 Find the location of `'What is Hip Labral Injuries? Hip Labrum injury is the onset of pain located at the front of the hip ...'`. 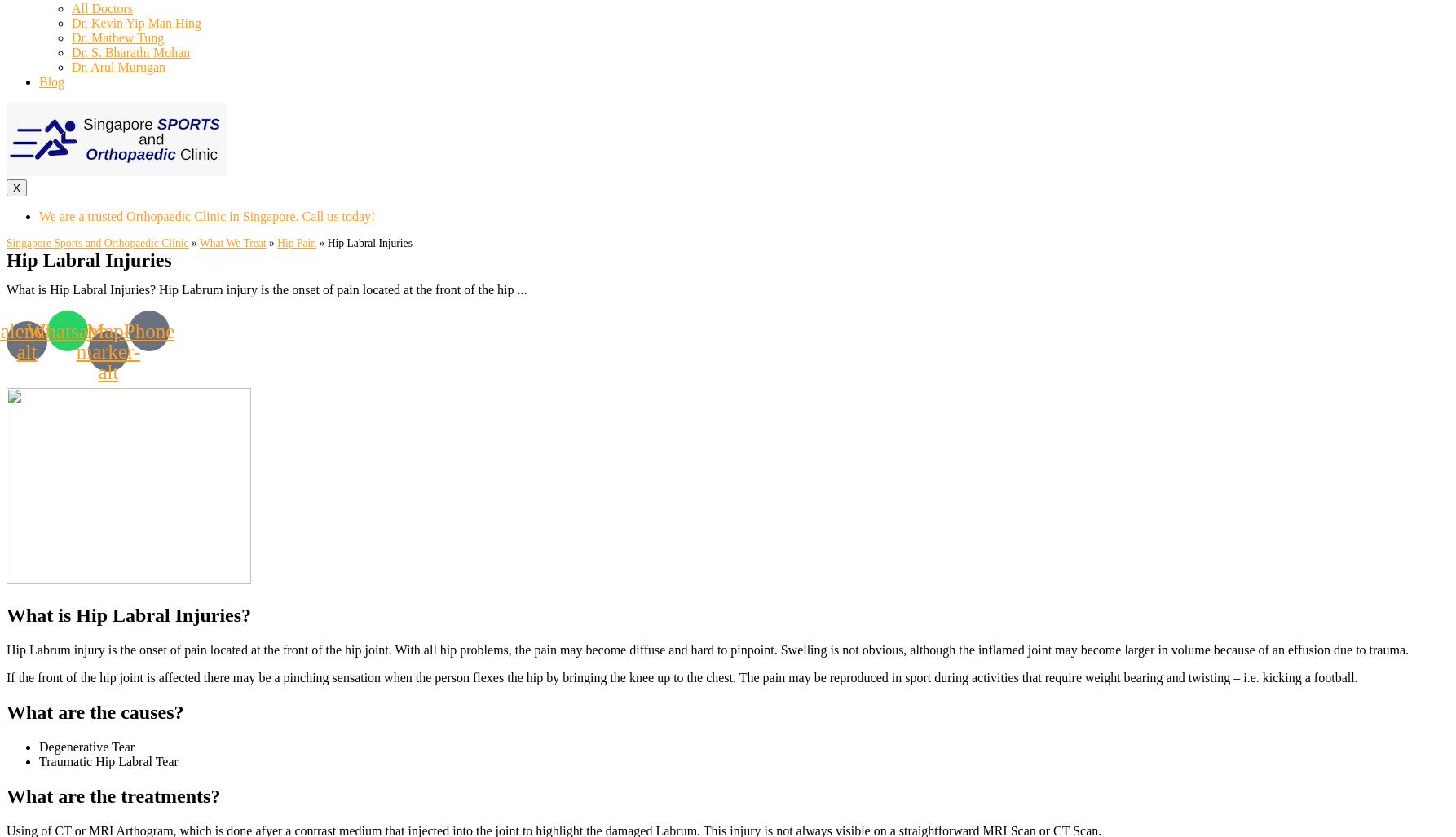

'What is Hip Labral Injuries? Hip Labrum injury is the onset of pain located at the front of the hip ...' is located at coordinates (7, 289).